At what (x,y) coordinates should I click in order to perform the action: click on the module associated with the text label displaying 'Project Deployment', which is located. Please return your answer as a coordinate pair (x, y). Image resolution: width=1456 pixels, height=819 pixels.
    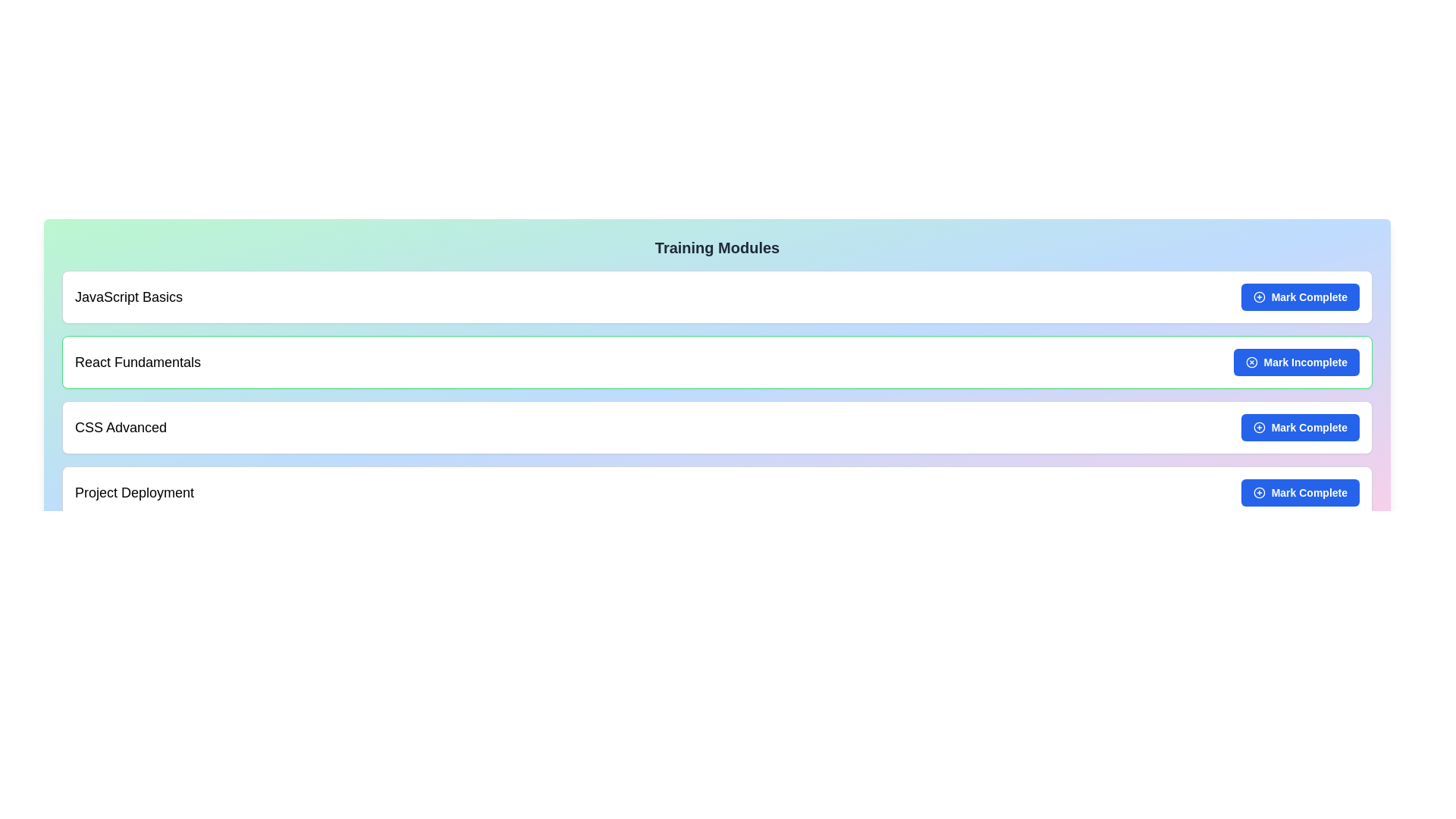
    Looking at the image, I should click on (134, 493).